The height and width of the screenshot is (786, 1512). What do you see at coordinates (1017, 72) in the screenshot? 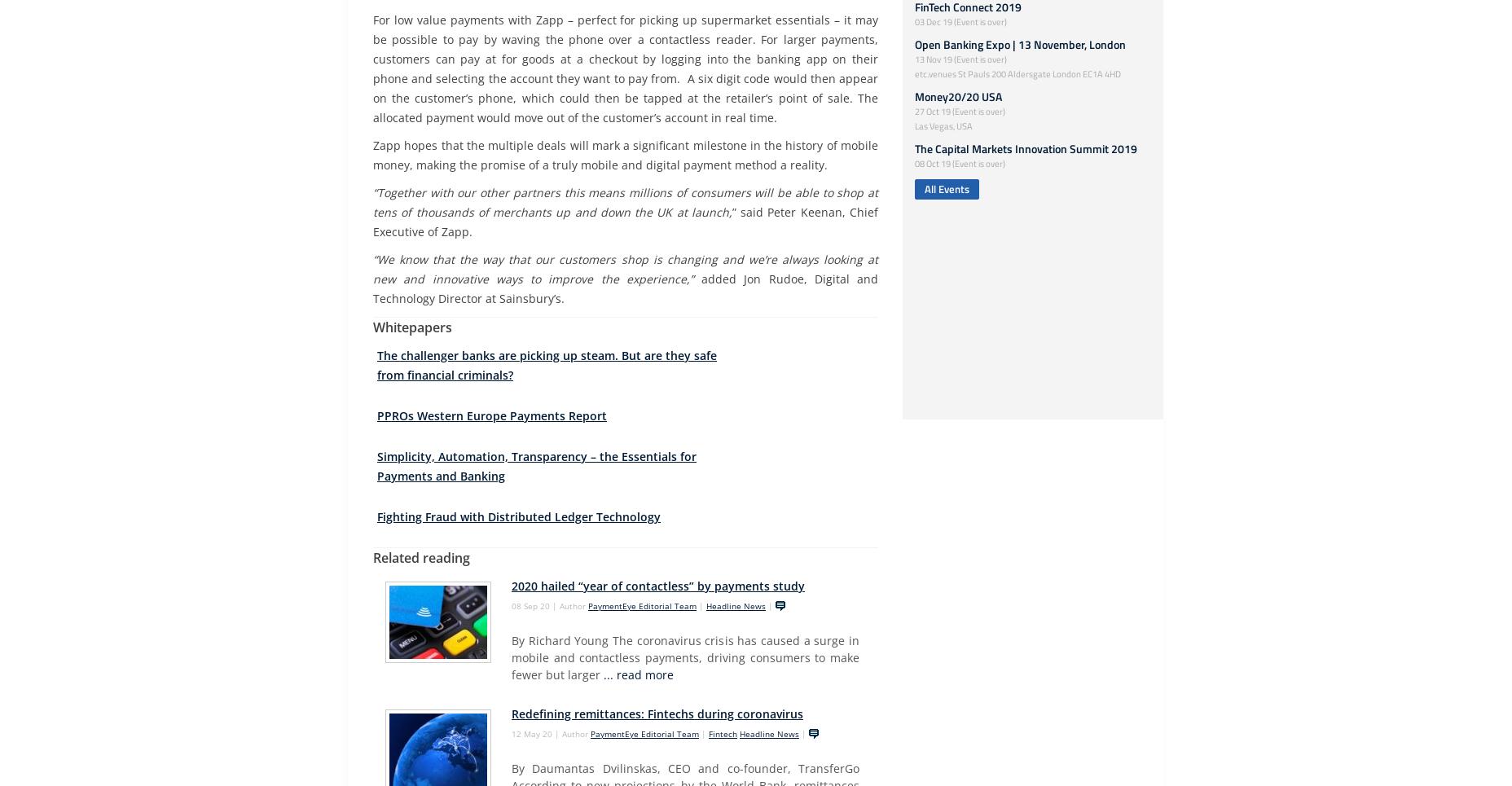
I see `'etc.venues St Pauls 200 Aldersgate London EC1A 4HD'` at bounding box center [1017, 72].